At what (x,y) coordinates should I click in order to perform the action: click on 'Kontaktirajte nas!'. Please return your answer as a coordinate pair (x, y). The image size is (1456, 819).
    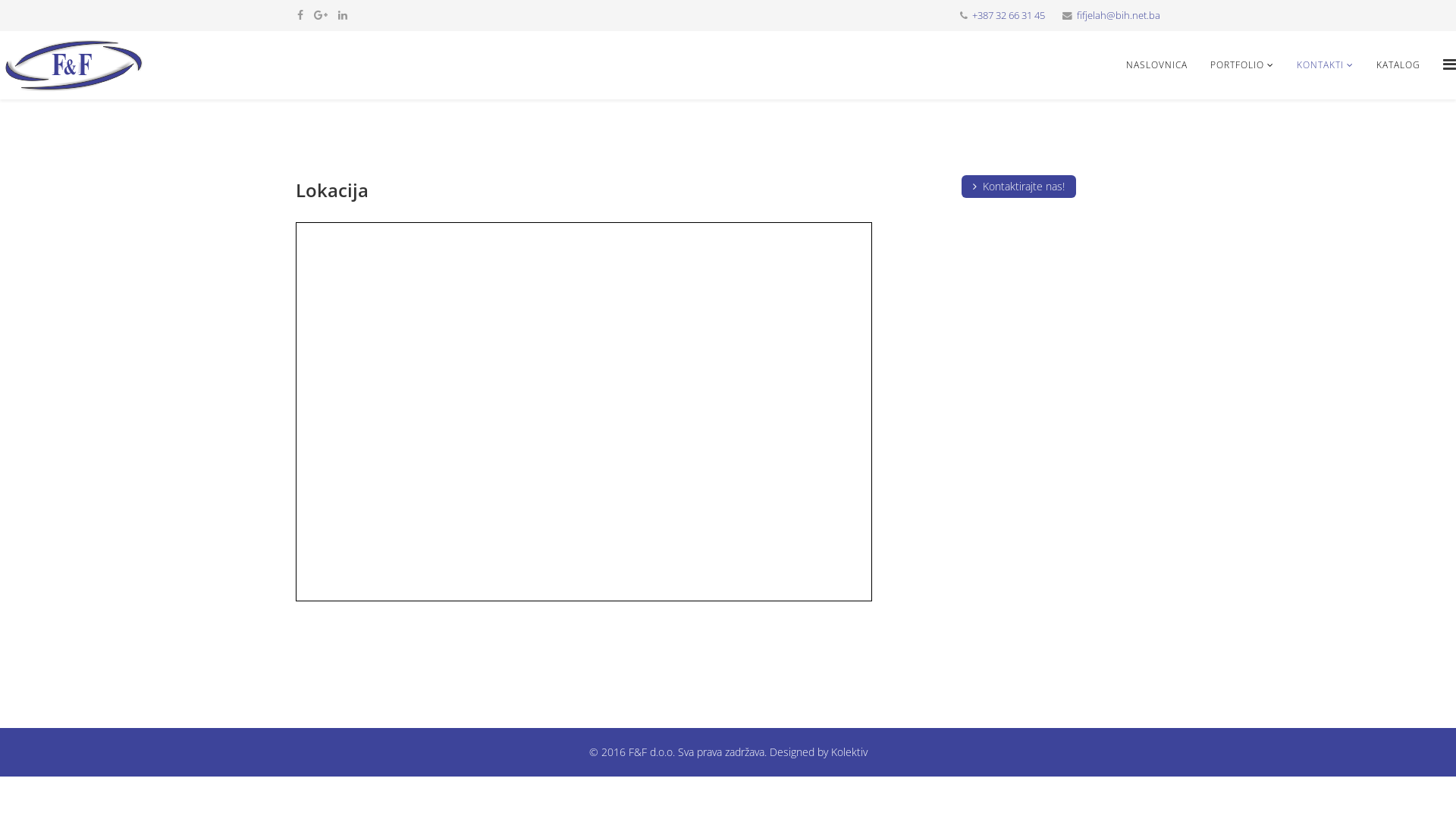
    Looking at the image, I should click on (1018, 186).